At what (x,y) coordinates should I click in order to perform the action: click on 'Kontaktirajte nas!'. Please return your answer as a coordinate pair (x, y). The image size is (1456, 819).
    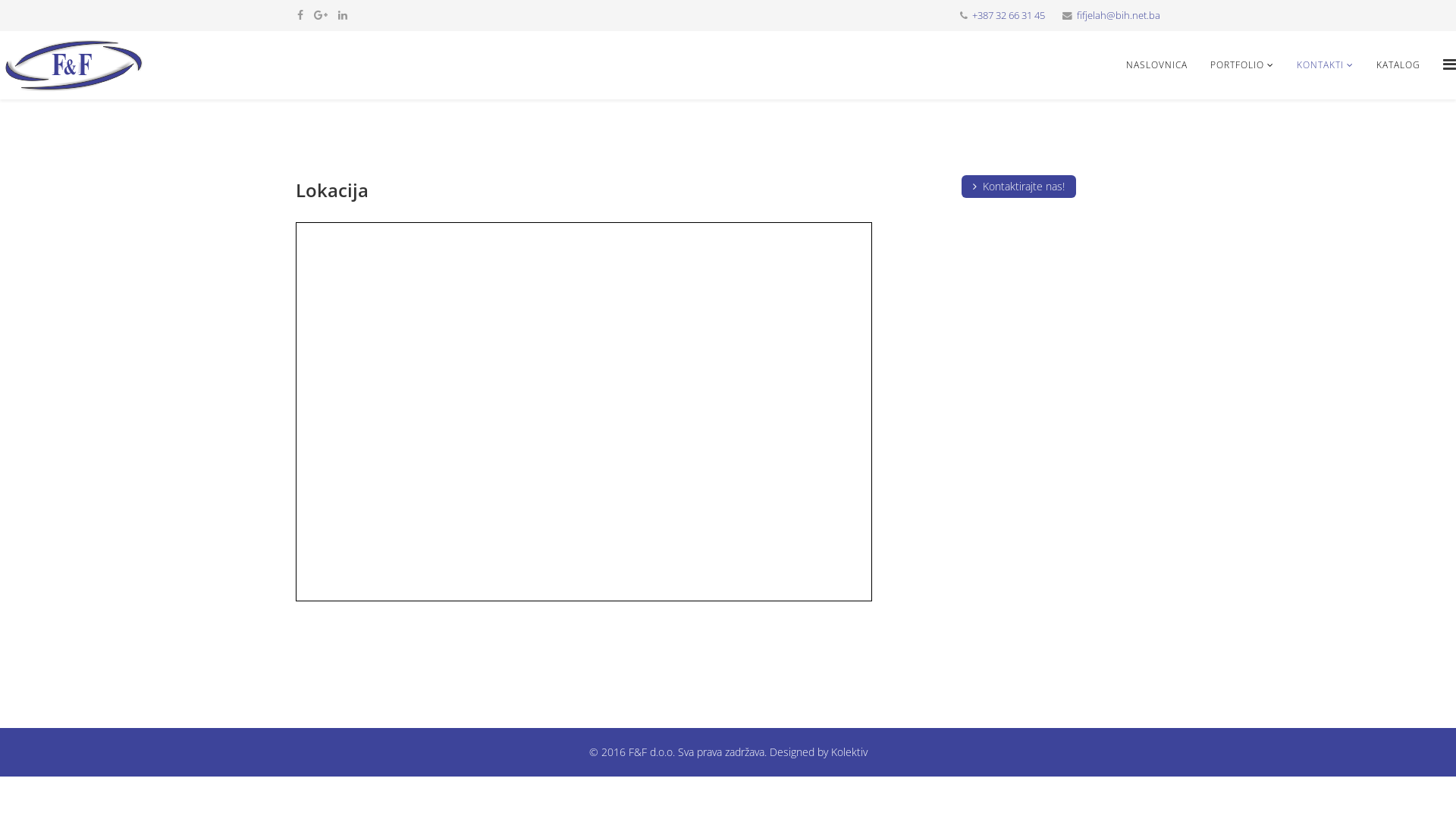
    Looking at the image, I should click on (1018, 186).